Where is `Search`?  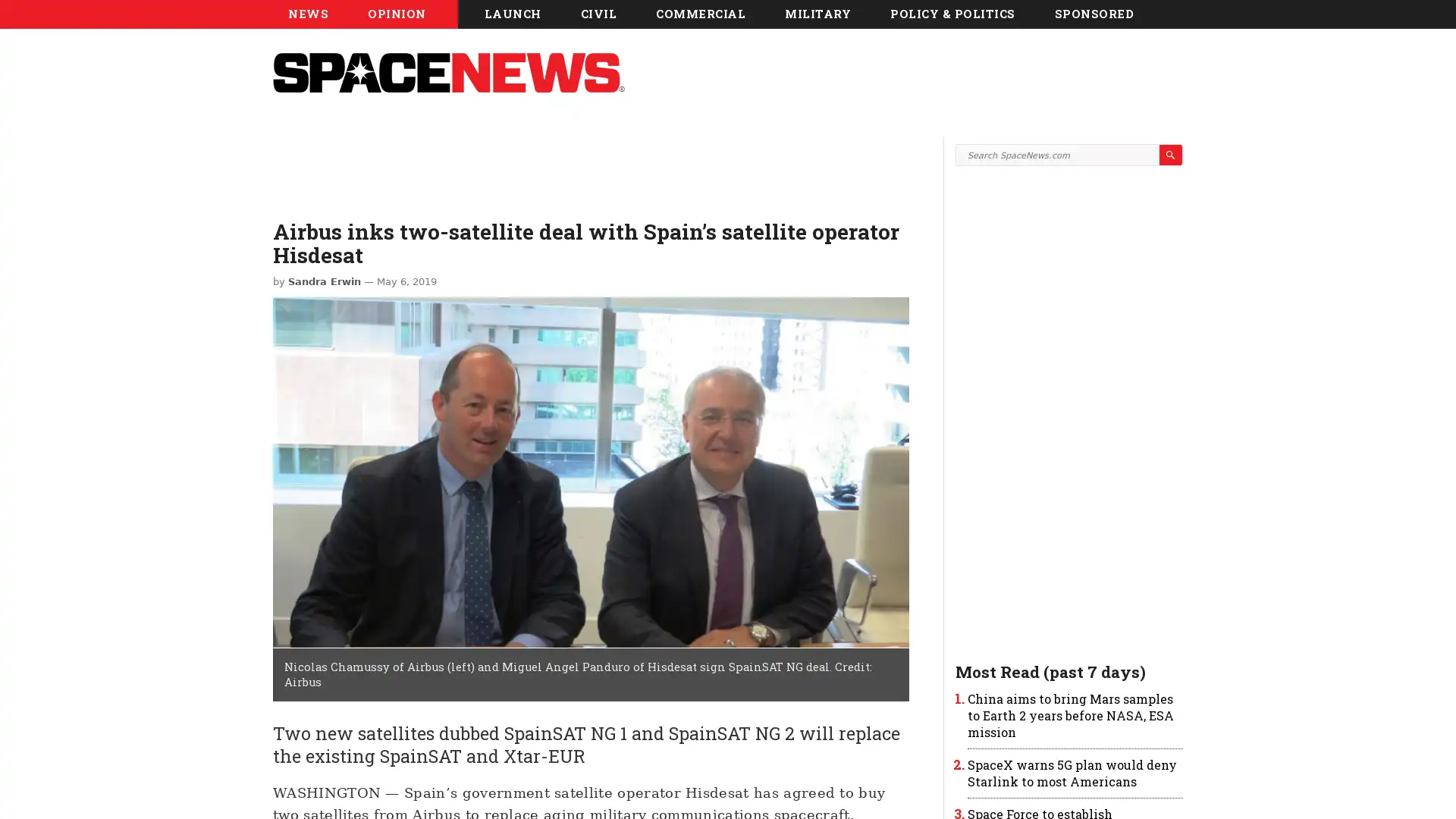 Search is located at coordinates (1170, 155).